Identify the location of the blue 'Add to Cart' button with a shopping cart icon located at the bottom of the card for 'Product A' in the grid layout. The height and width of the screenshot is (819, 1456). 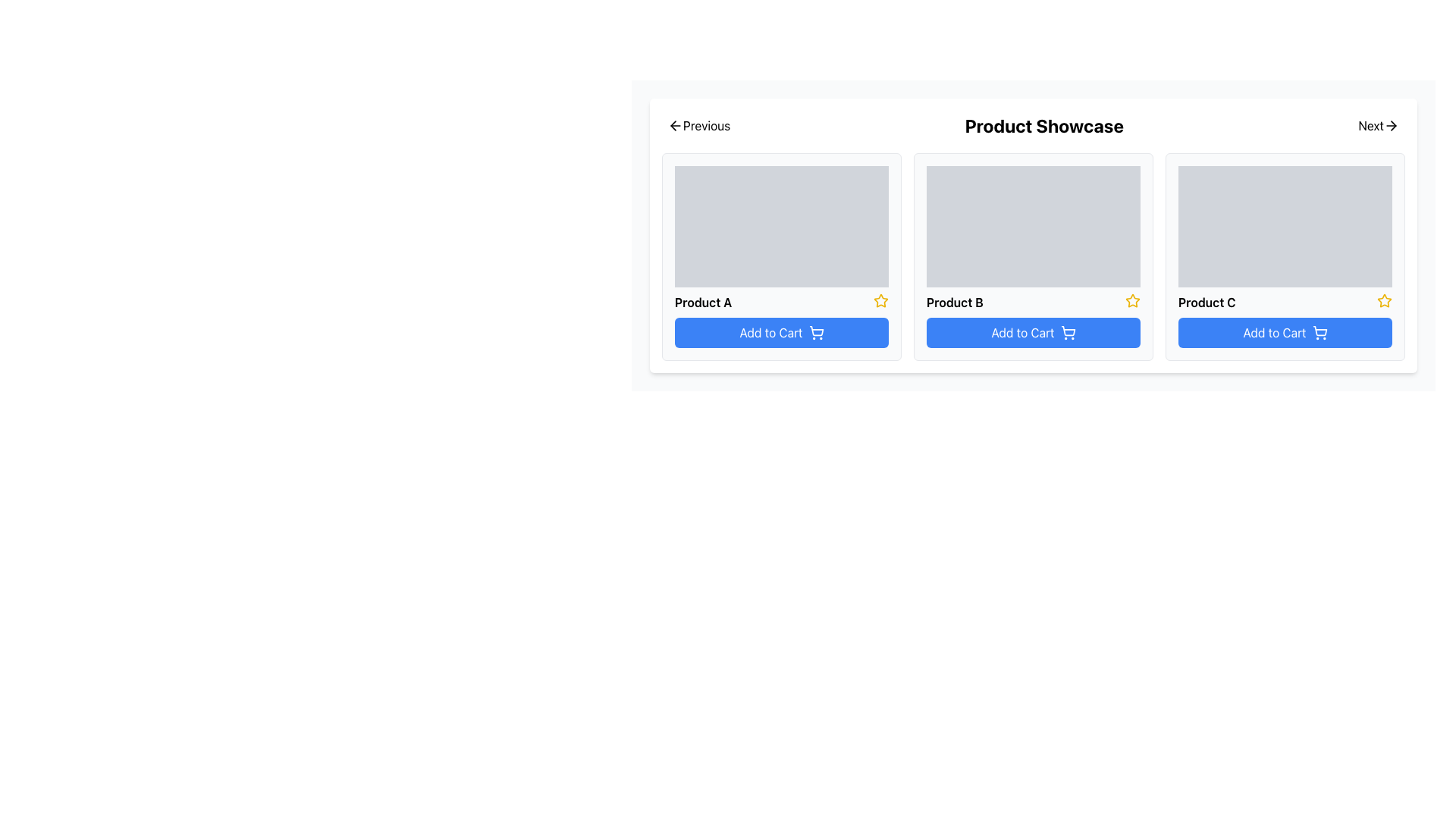
(782, 332).